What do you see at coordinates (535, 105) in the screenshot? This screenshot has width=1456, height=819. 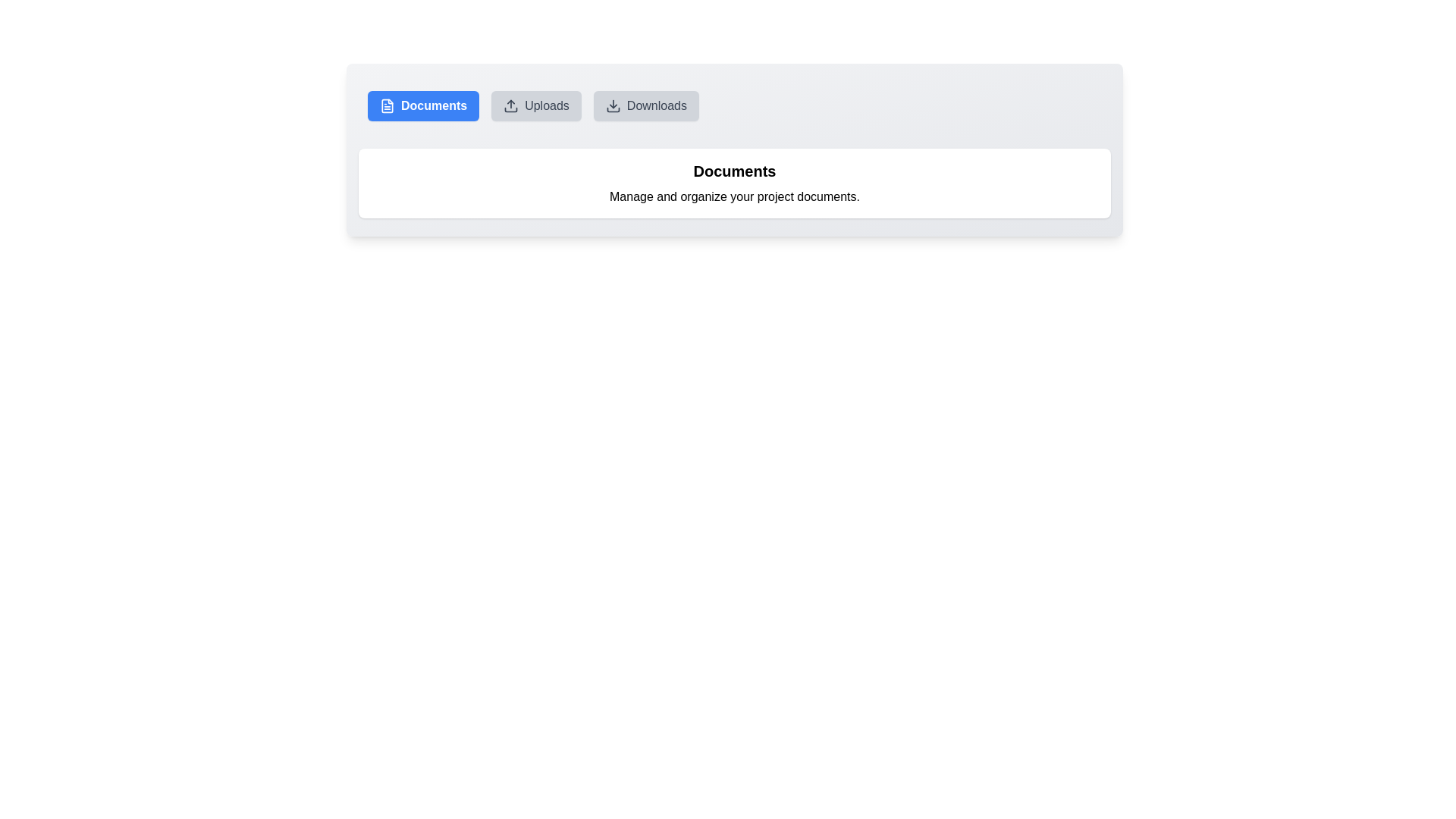 I see `the Uploads button to change the active section` at bounding box center [535, 105].